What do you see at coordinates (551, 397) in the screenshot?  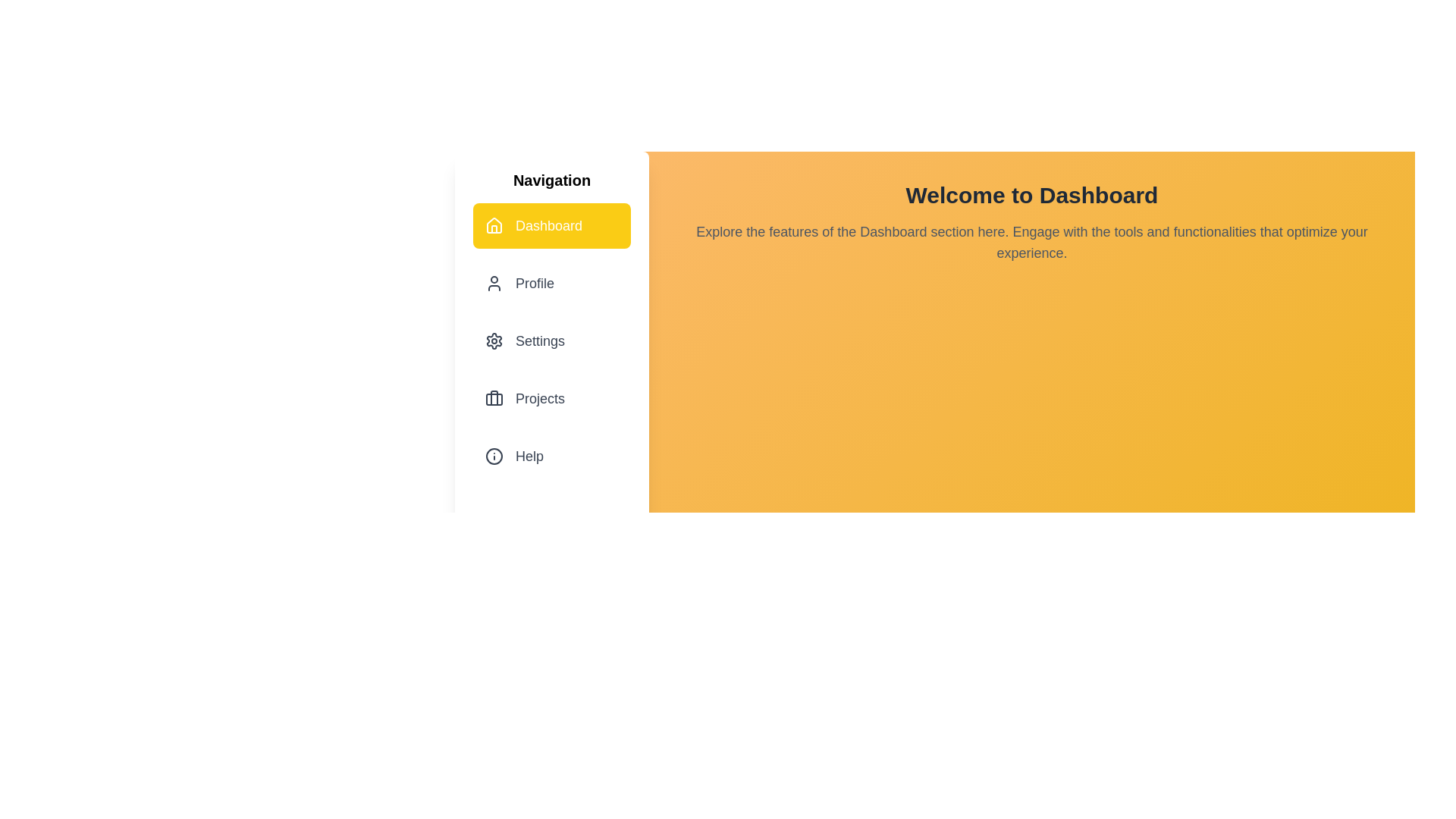 I see `the menu item corresponding to Projects` at bounding box center [551, 397].